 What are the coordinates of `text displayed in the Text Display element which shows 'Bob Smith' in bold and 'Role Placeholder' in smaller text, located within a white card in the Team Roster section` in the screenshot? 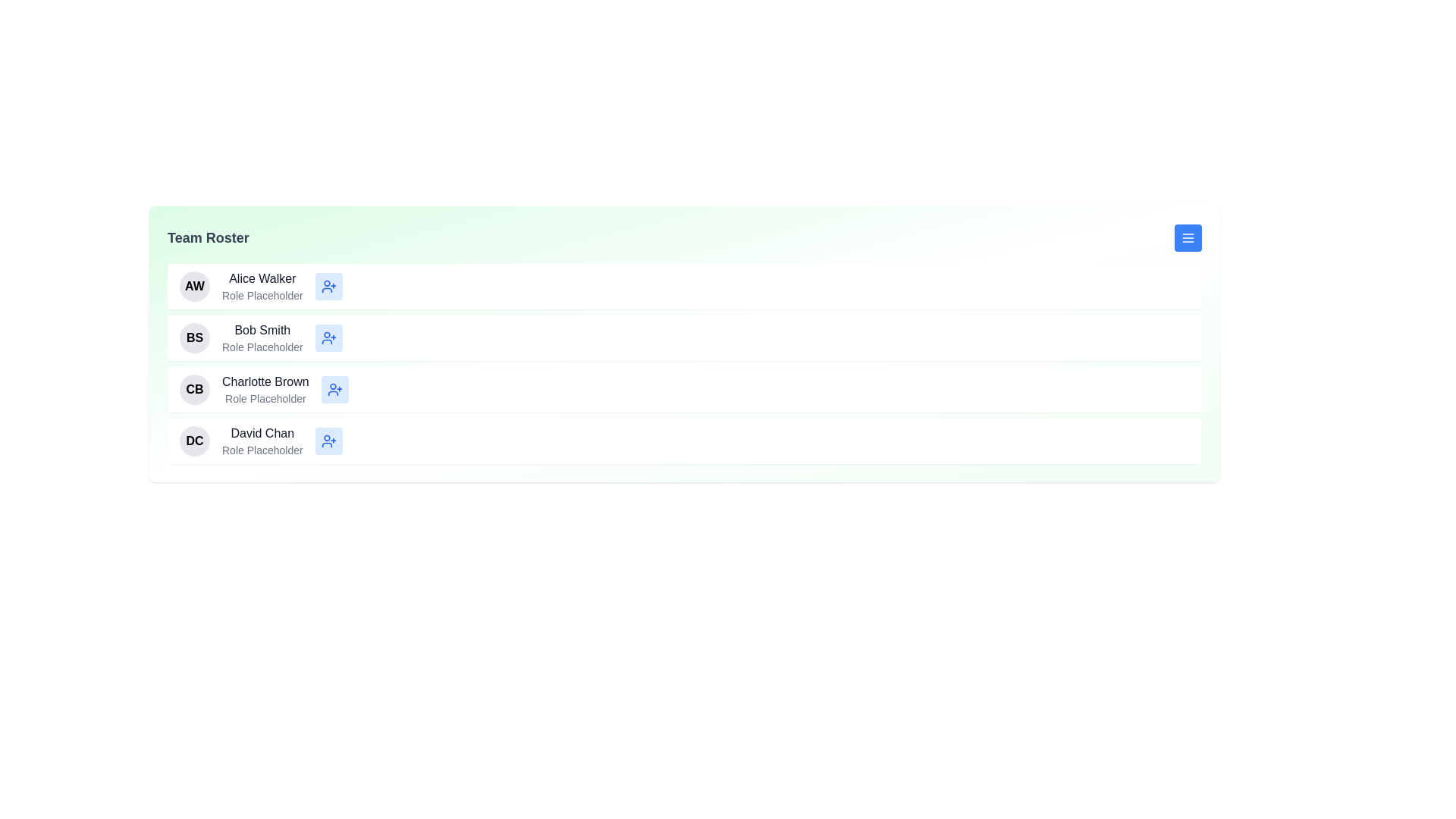 It's located at (262, 337).